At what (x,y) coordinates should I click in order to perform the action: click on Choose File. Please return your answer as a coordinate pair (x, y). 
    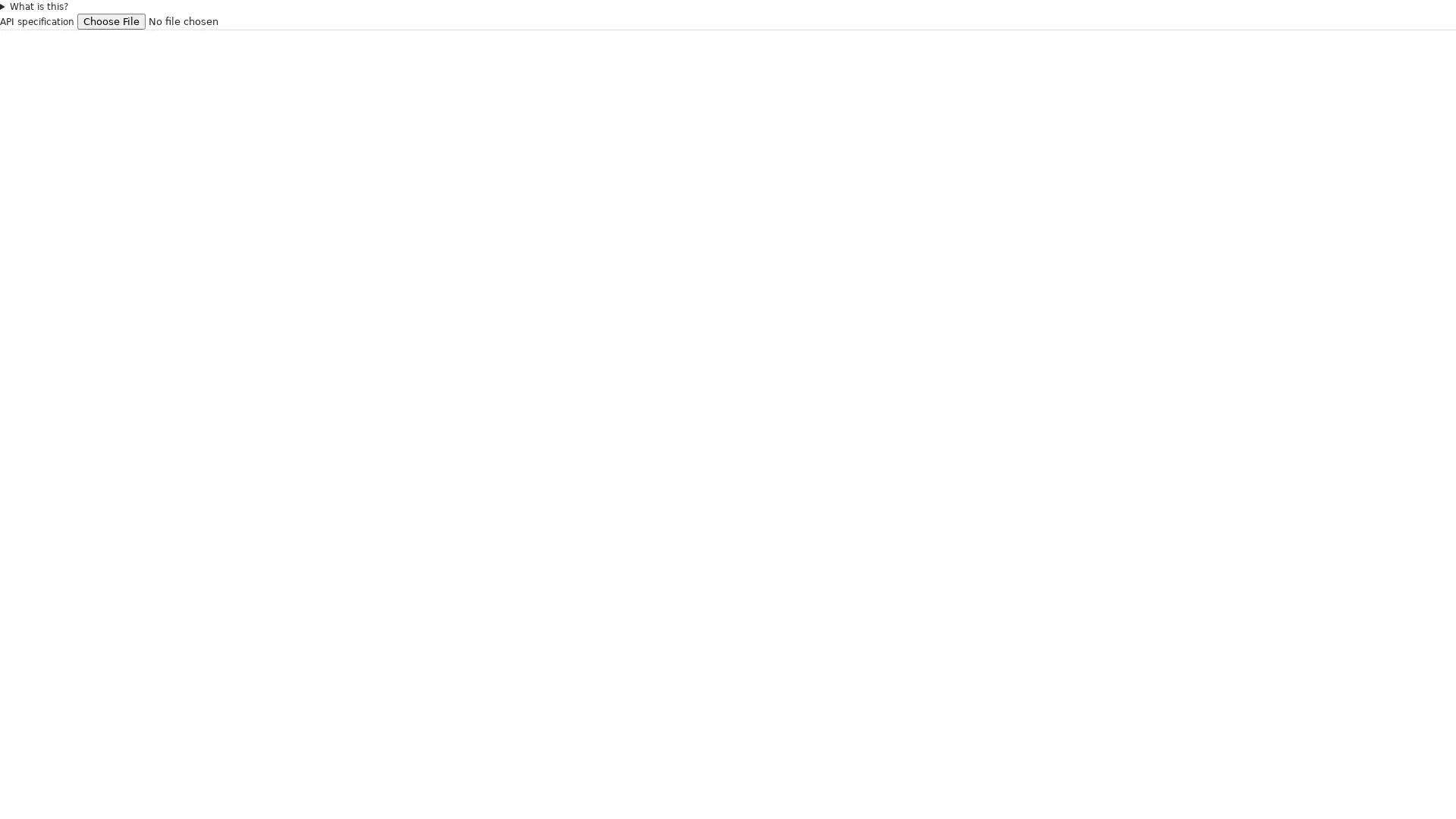
    Looking at the image, I should click on (111, 21).